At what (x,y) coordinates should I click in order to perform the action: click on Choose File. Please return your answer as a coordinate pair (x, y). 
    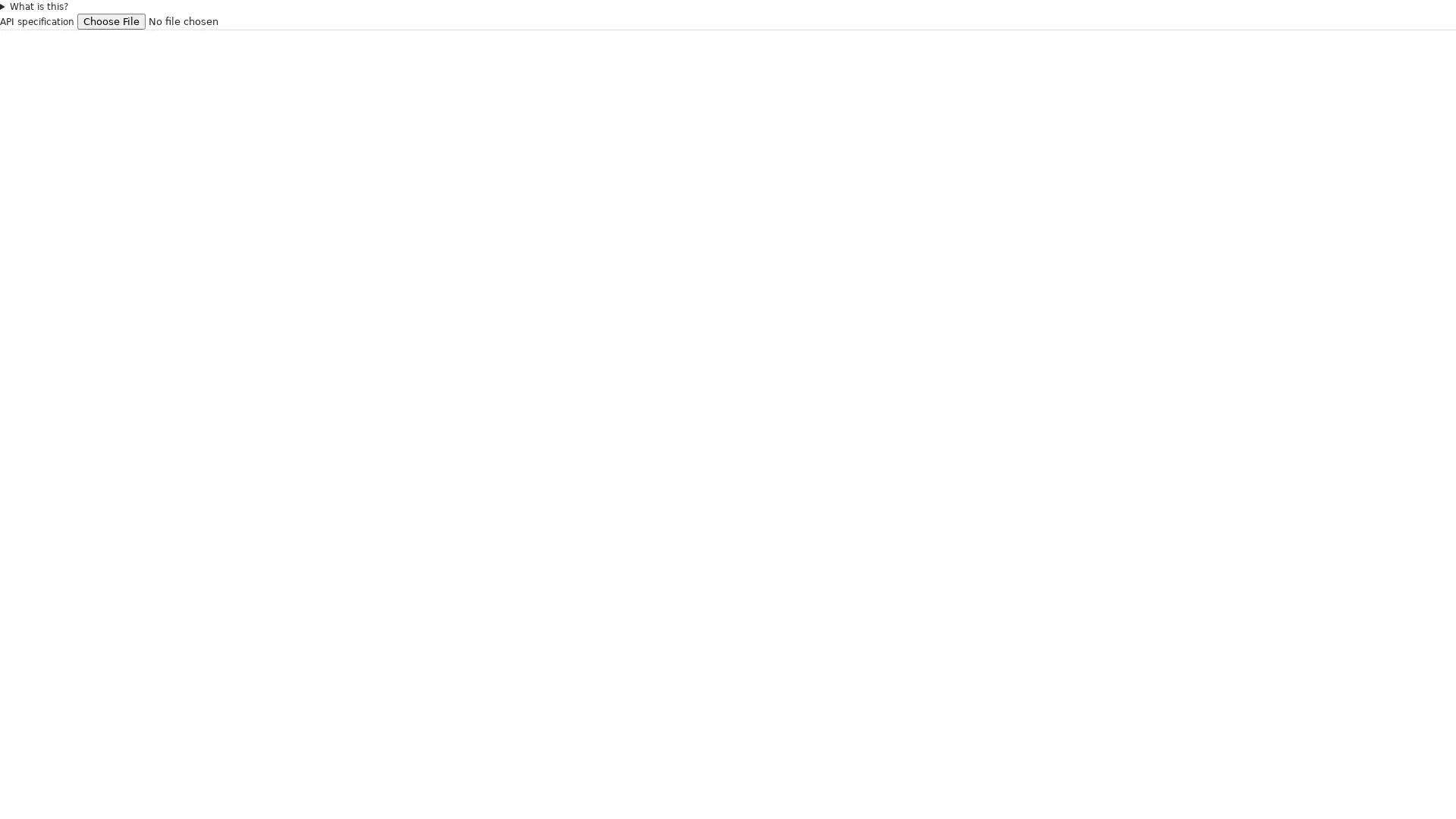
    Looking at the image, I should click on (111, 21).